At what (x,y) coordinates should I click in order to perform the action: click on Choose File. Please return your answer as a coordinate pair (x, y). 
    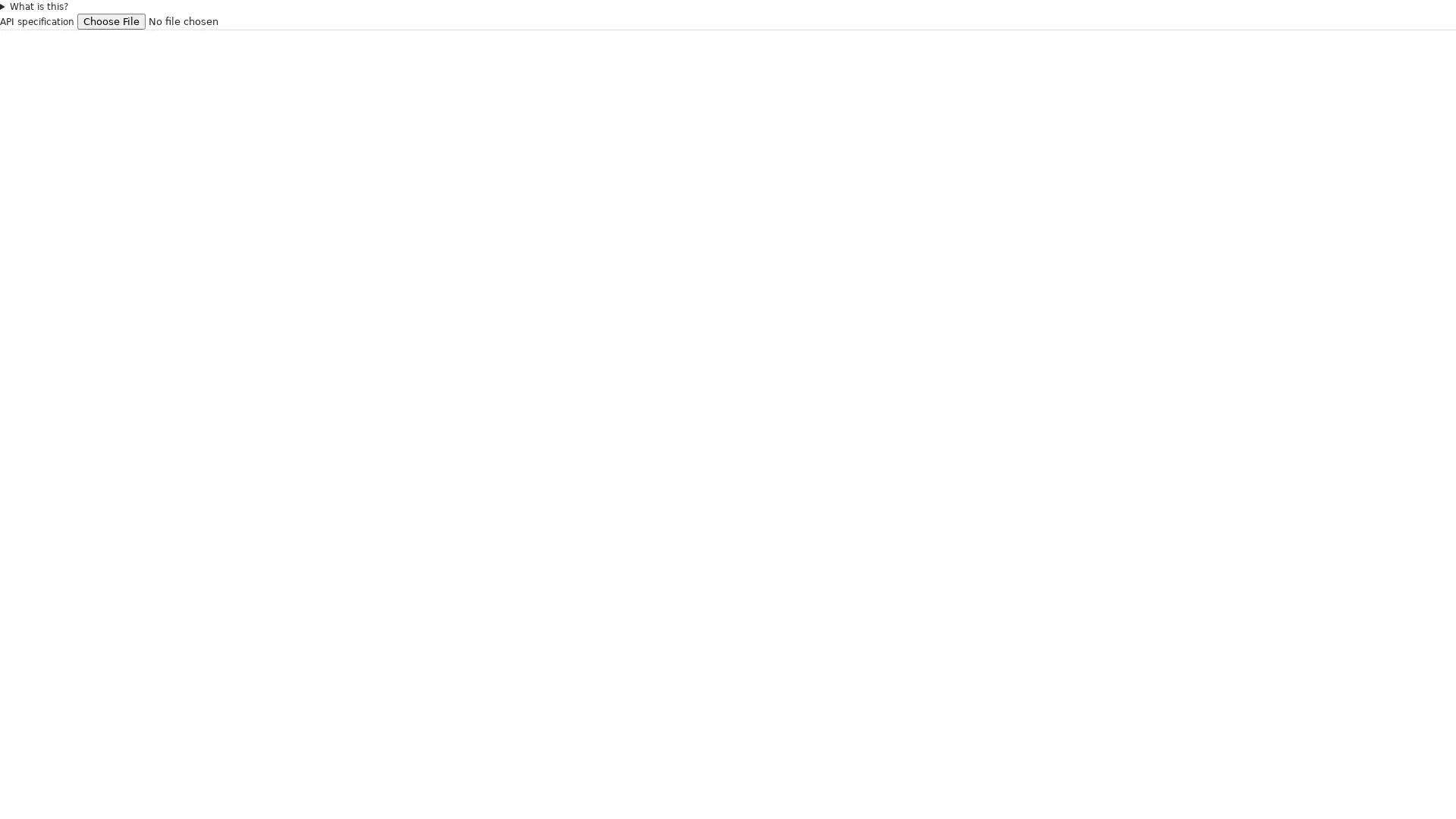
    Looking at the image, I should click on (111, 21).